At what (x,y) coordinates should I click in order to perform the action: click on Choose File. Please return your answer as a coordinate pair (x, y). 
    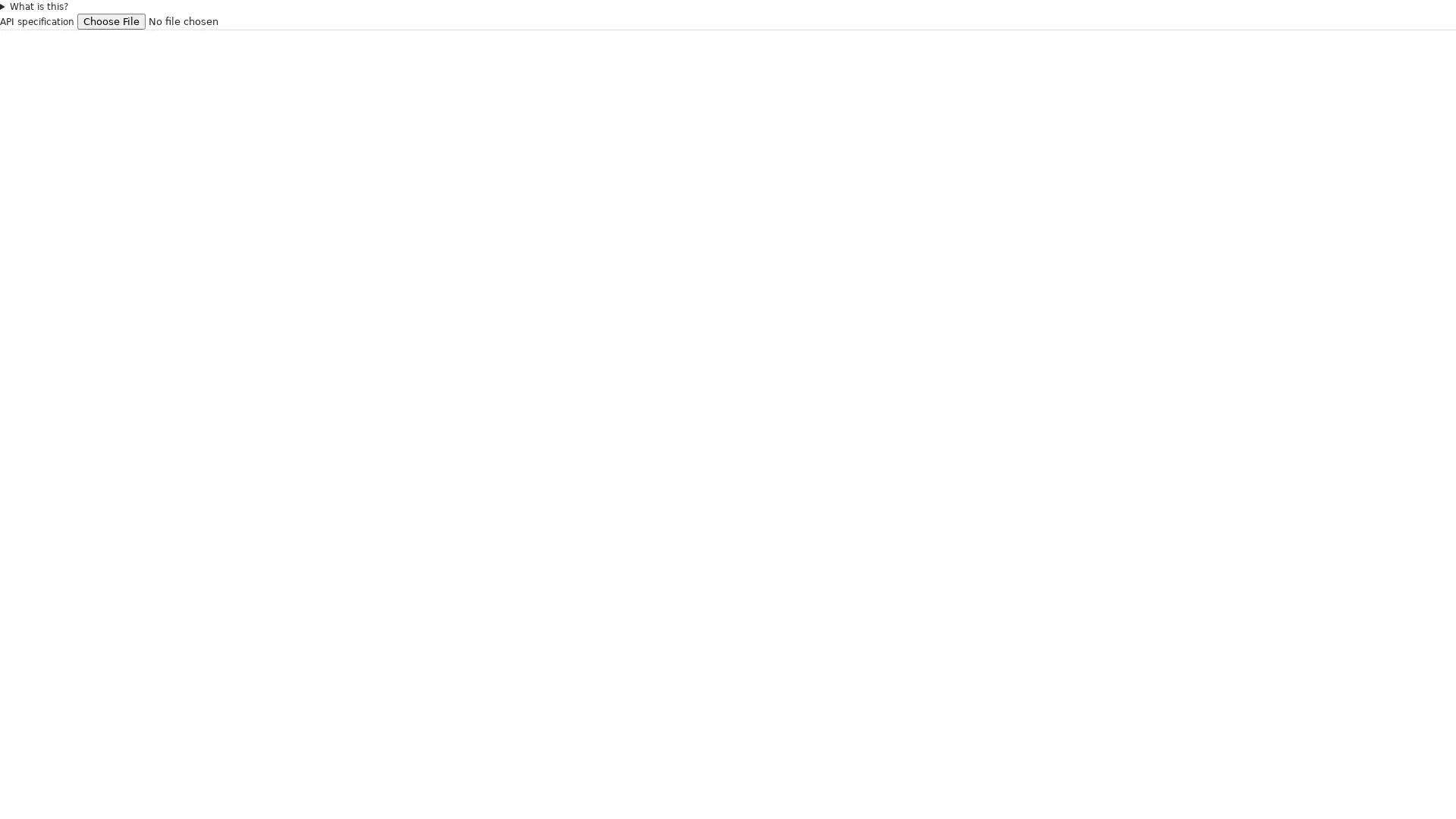
    Looking at the image, I should click on (111, 21).